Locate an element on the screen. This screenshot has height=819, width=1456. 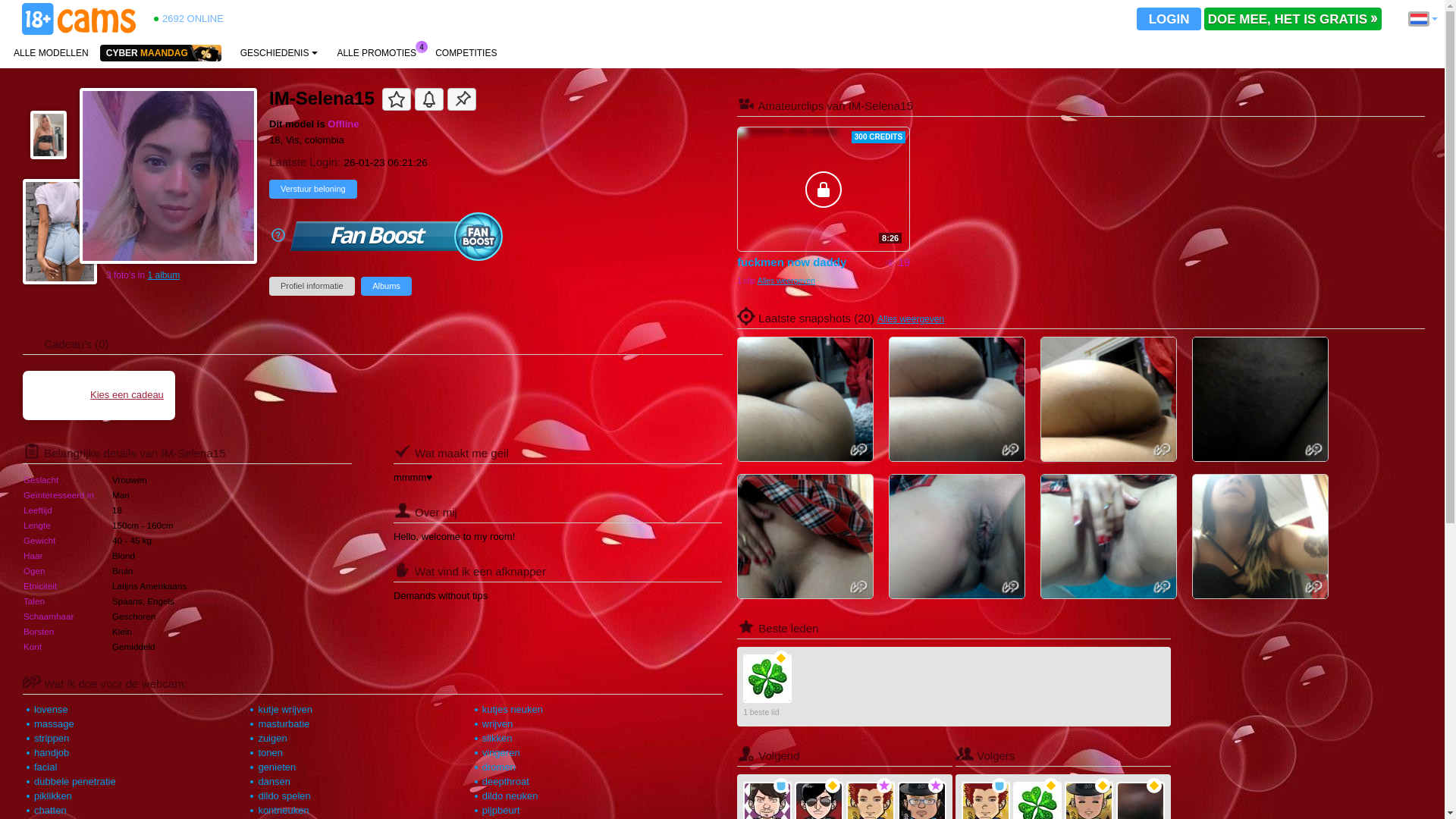
'LOGIN' is located at coordinates (1168, 18).